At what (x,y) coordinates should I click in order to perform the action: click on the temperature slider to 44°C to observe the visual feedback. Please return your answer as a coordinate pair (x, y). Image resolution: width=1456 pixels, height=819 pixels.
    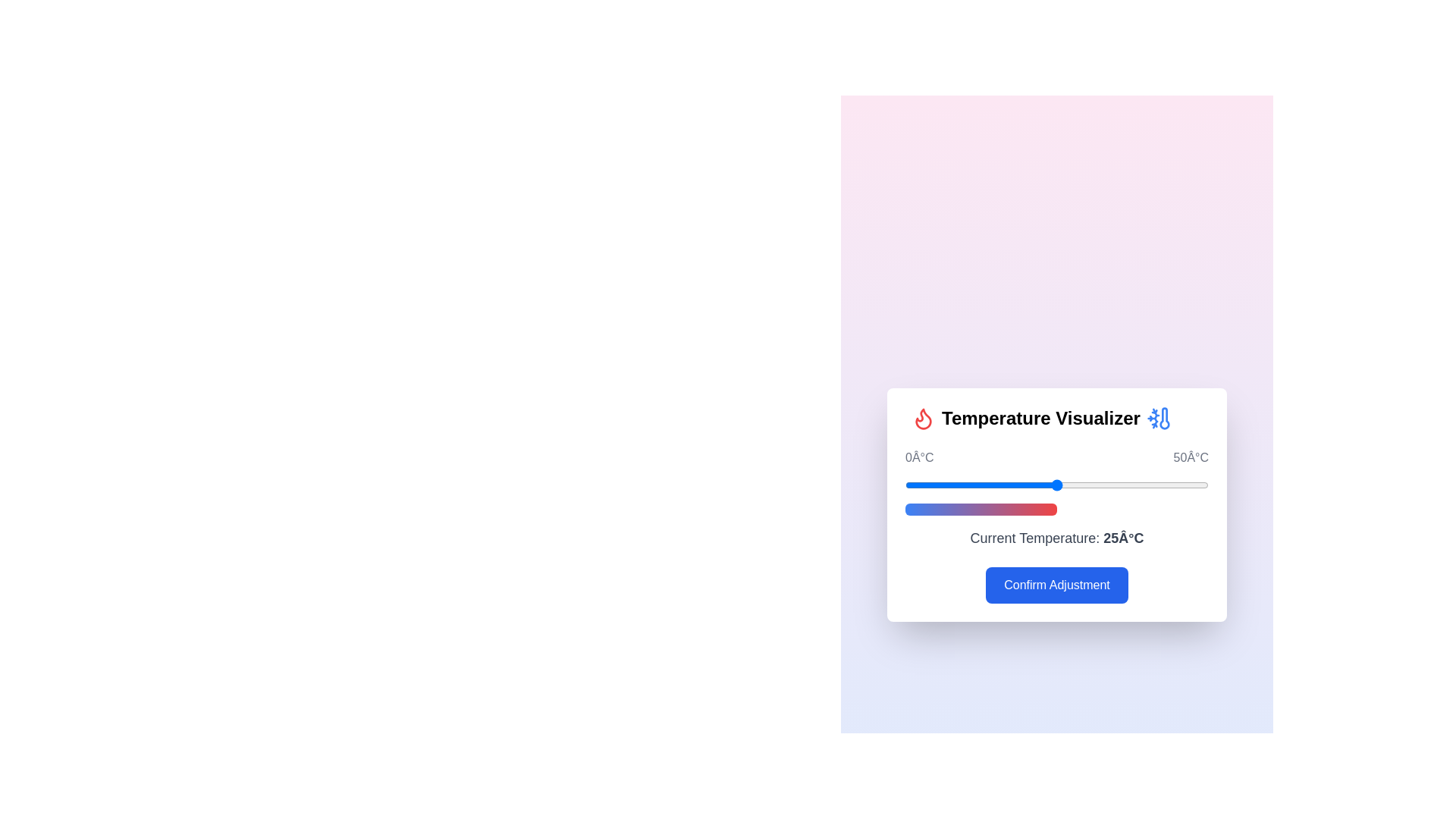
    Looking at the image, I should click on (1171, 485).